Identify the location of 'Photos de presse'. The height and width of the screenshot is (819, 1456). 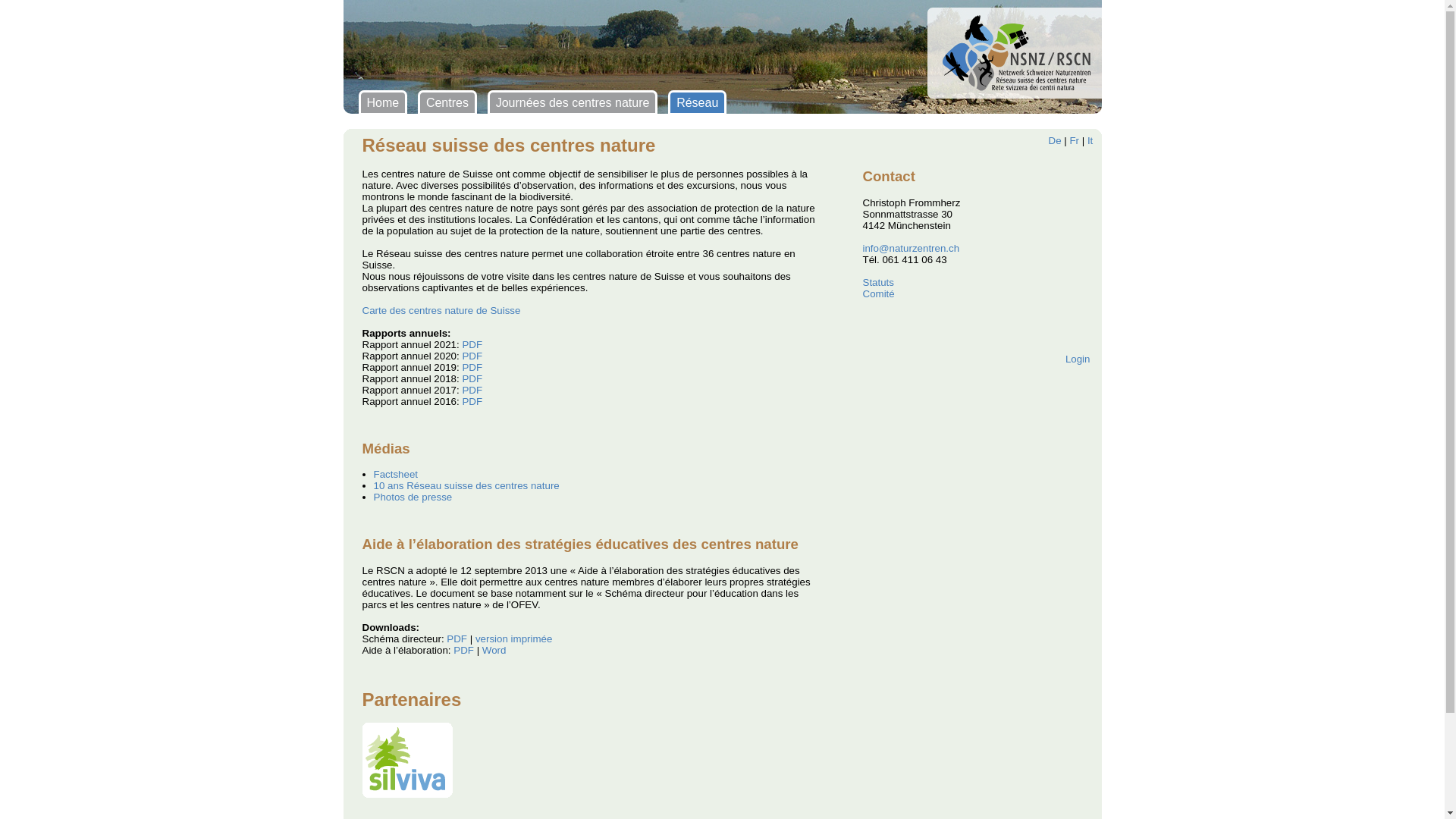
(412, 497).